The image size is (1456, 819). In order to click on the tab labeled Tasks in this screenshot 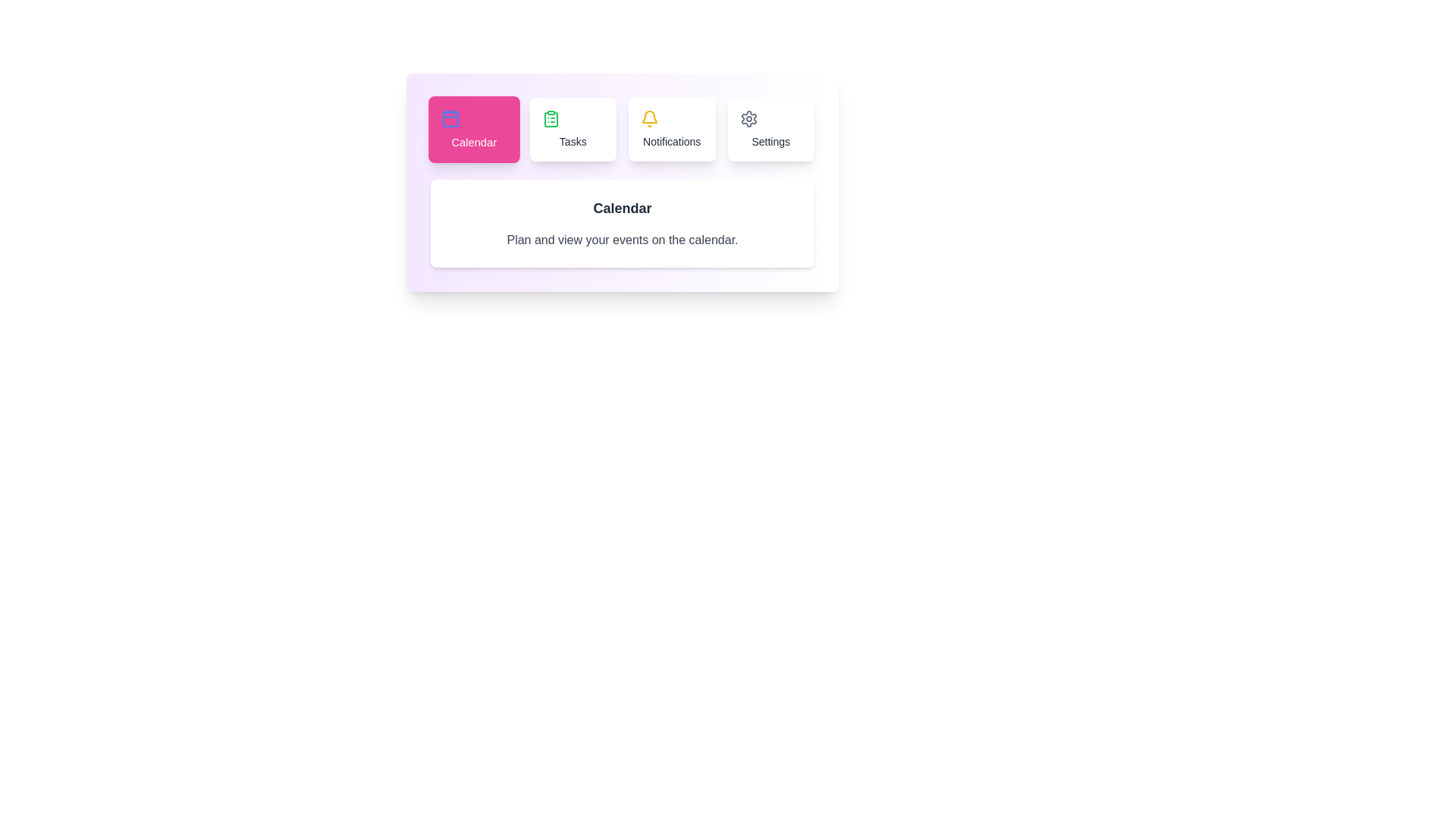, I will do `click(572, 128)`.